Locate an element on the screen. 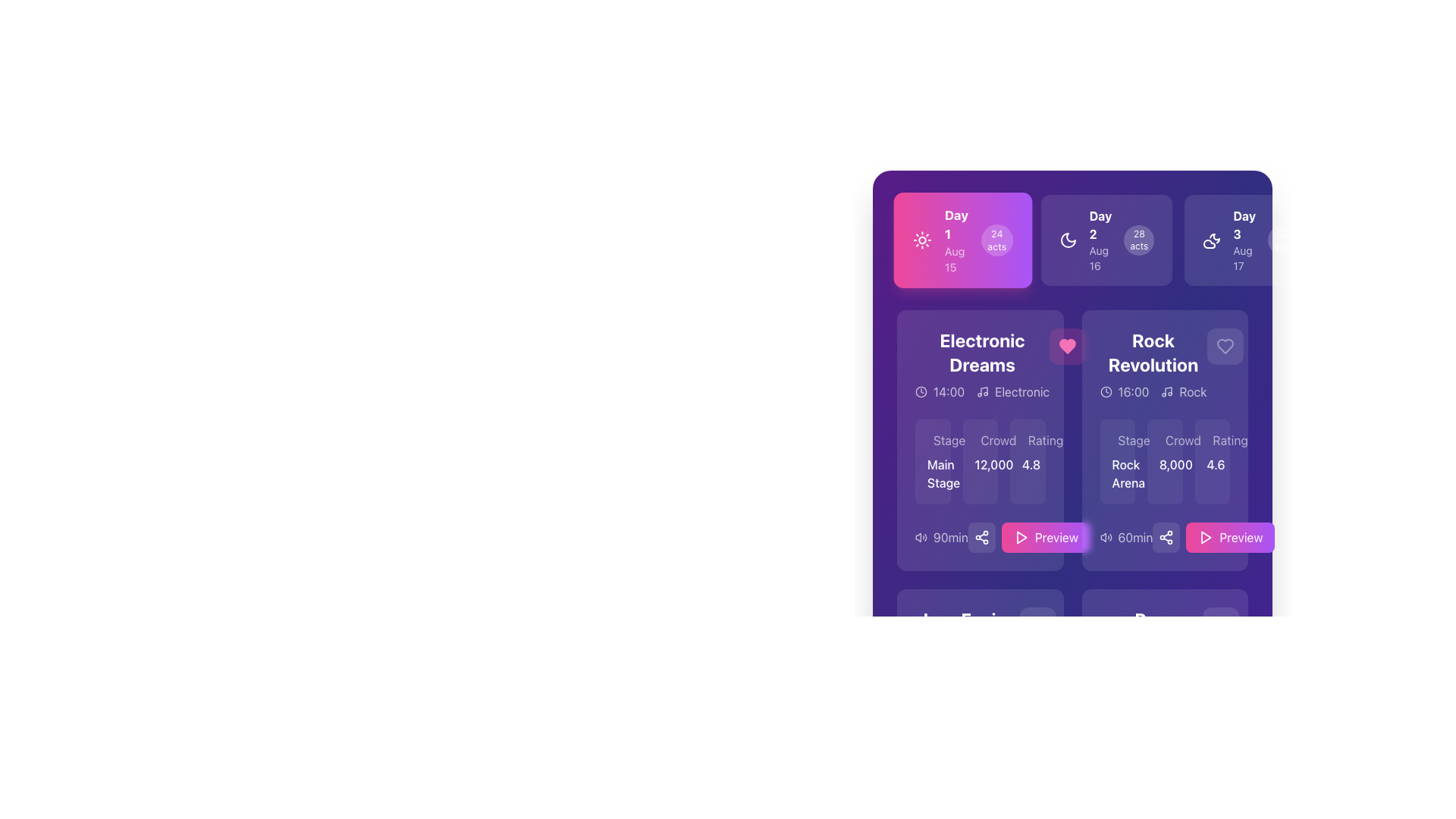 The image size is (1456, 819). the bold, white text labeled 'Day 1' displayed on a vibrant magenta background, located at the top-right of the user interface is located at coordinates (955, 224).